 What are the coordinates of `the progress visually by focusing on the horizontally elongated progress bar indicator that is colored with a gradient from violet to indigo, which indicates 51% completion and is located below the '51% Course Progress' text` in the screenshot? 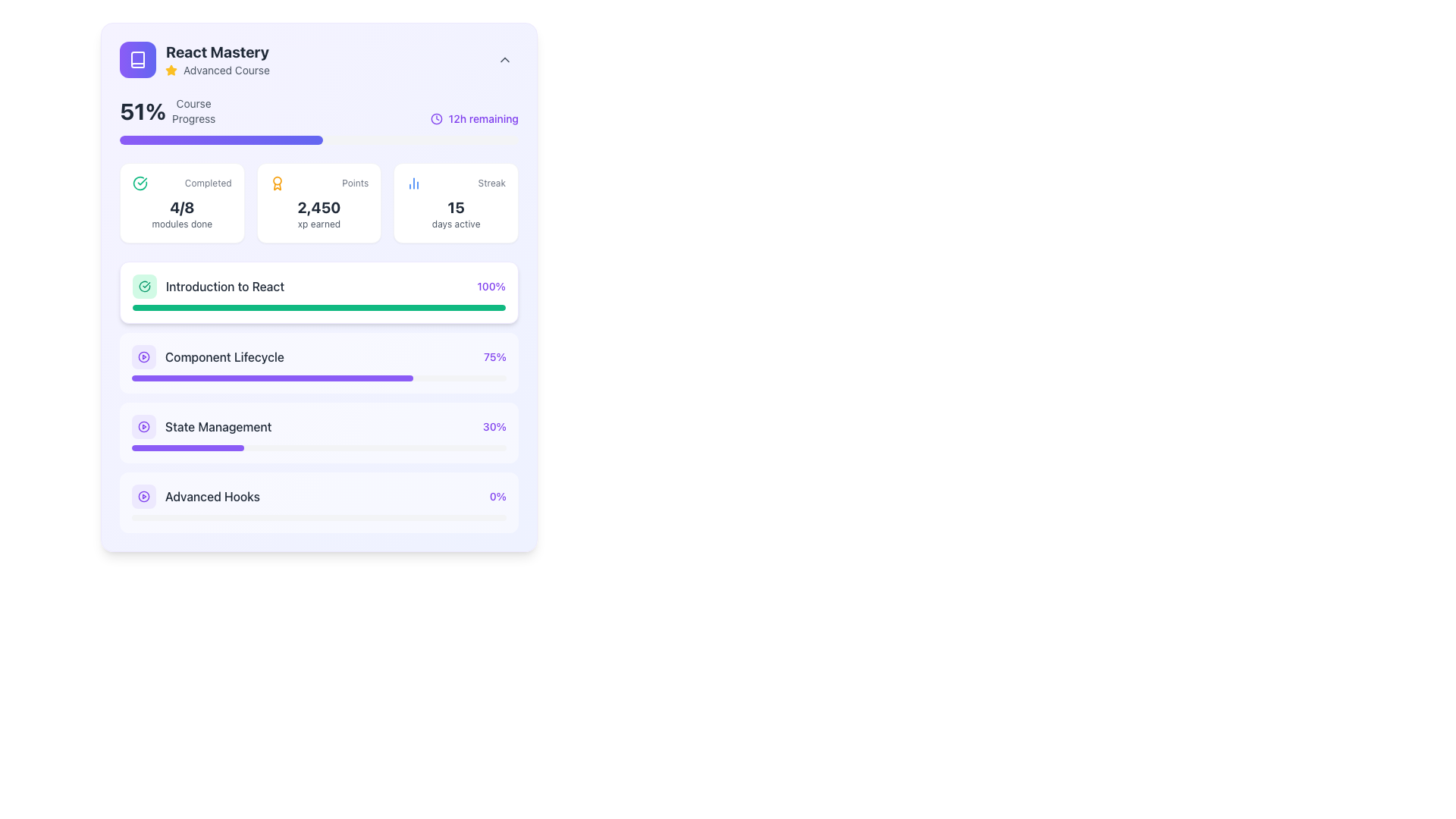 It's located at (221, 140).